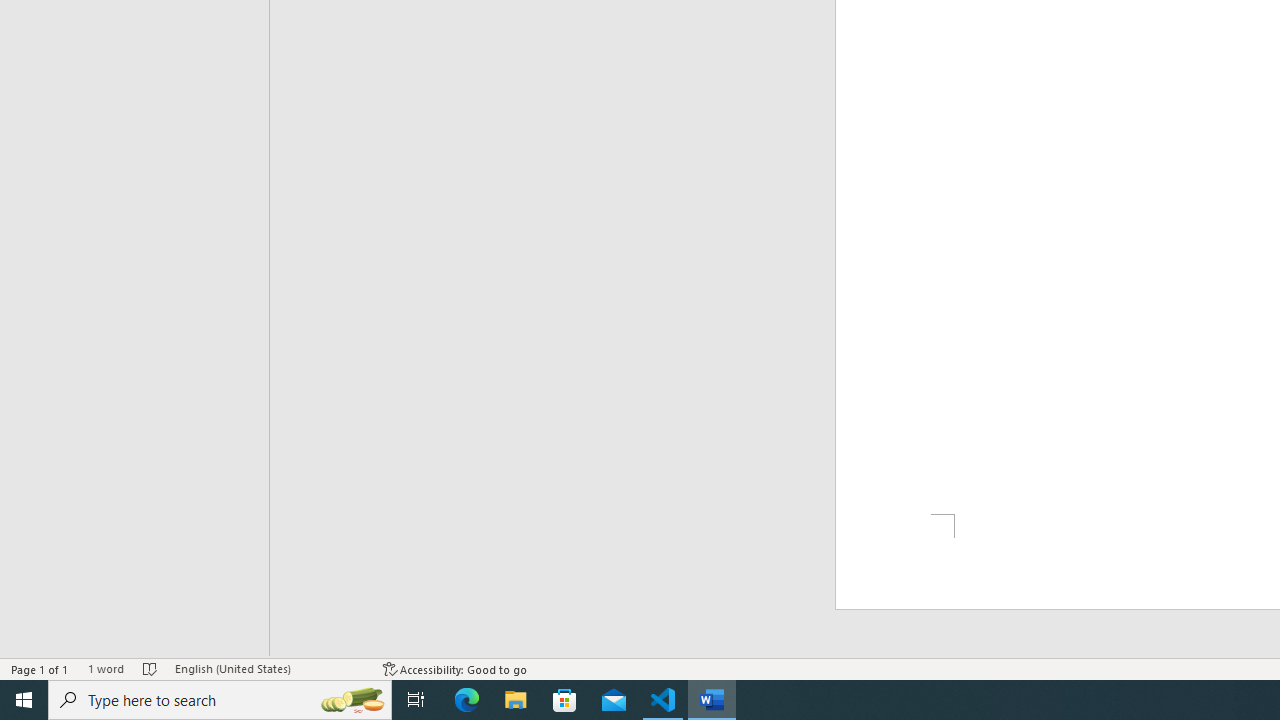  I want to click on 'Visual Studio Code - 1 running window', so click(663, 698).